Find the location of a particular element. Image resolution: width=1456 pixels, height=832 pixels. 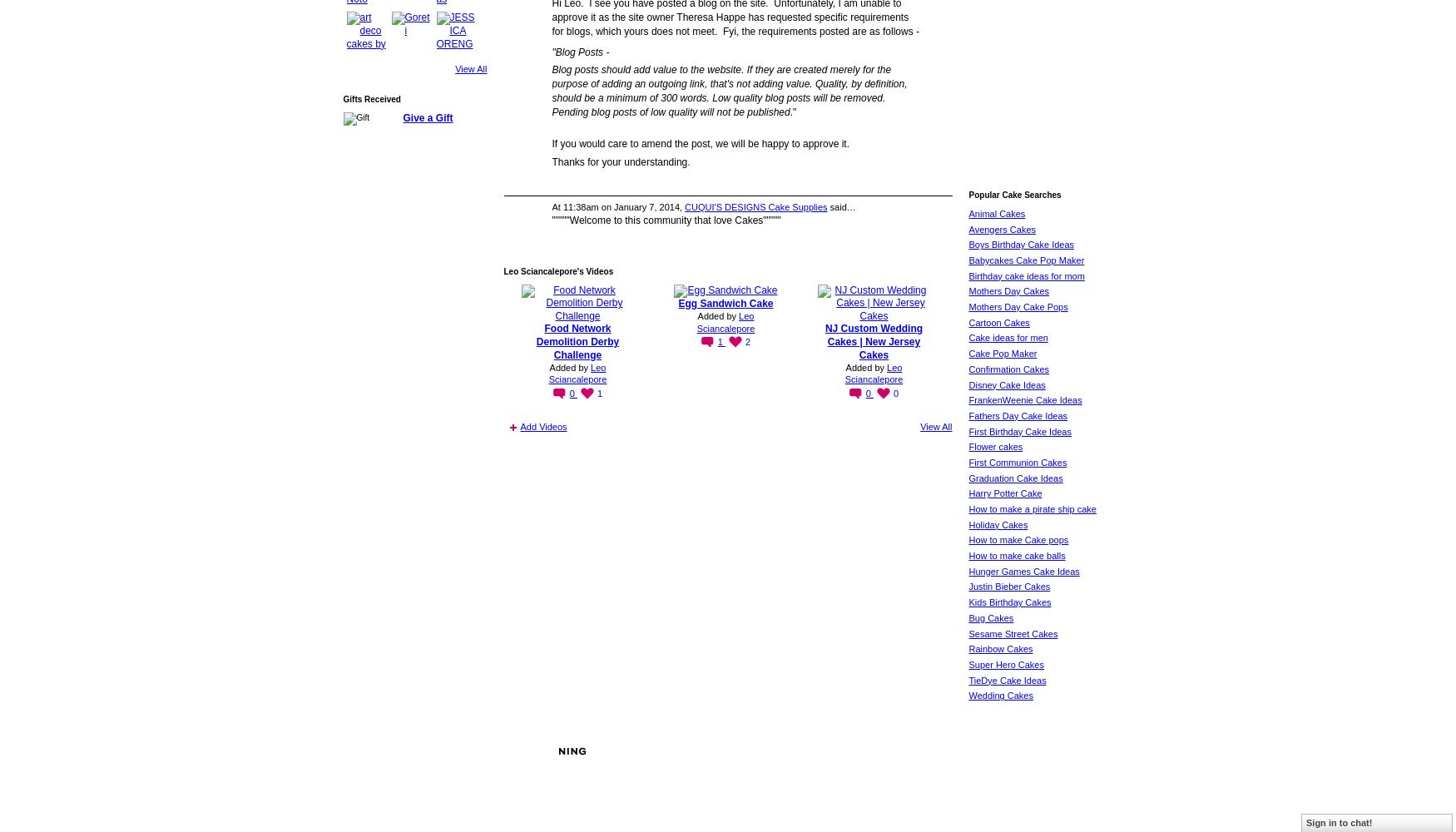

'How to make Cake pops' is located at coordinates (1018, 540).